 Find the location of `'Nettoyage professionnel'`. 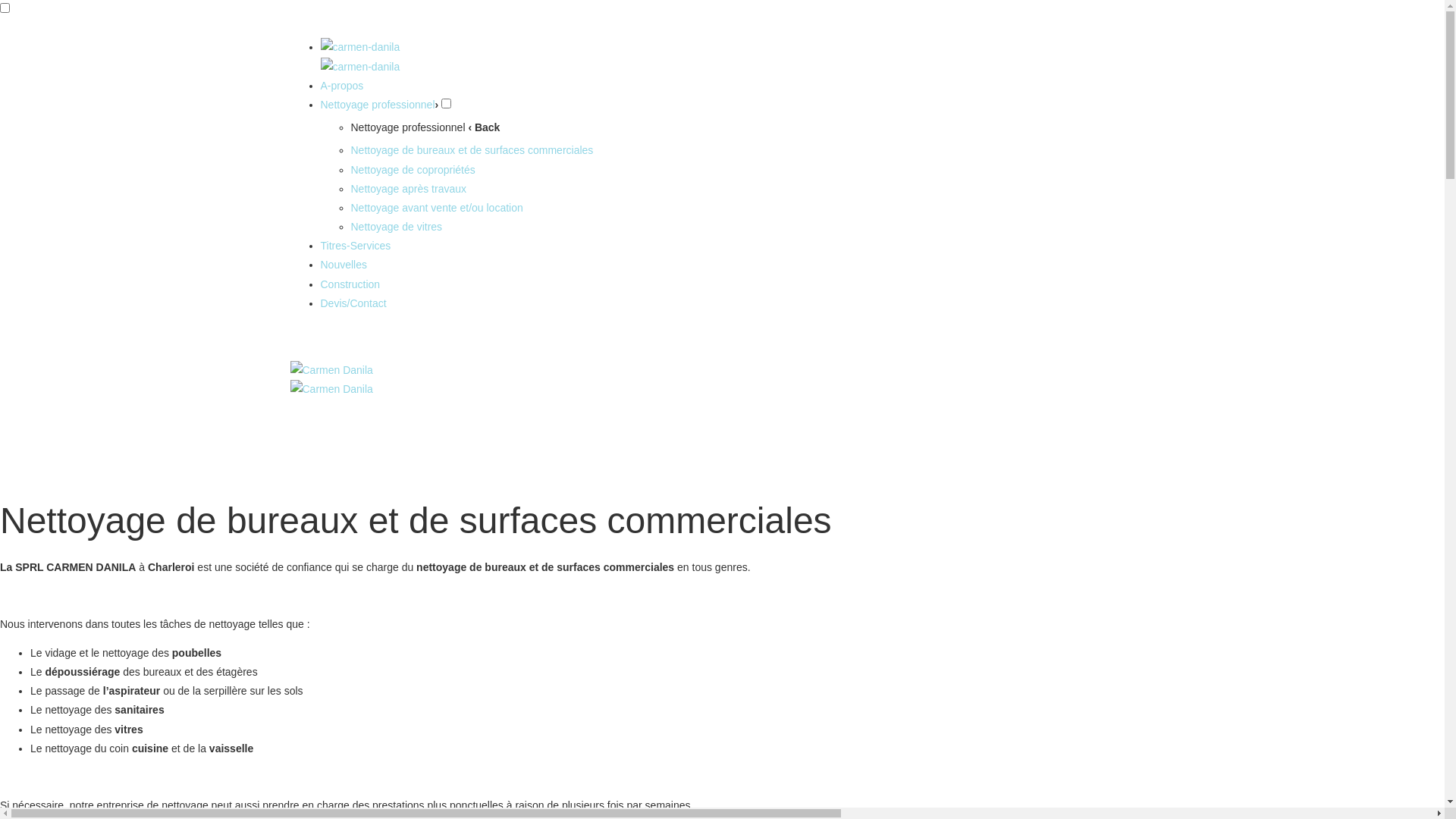

'Nettoyage professionnel' is located at coordinates (377, 104).